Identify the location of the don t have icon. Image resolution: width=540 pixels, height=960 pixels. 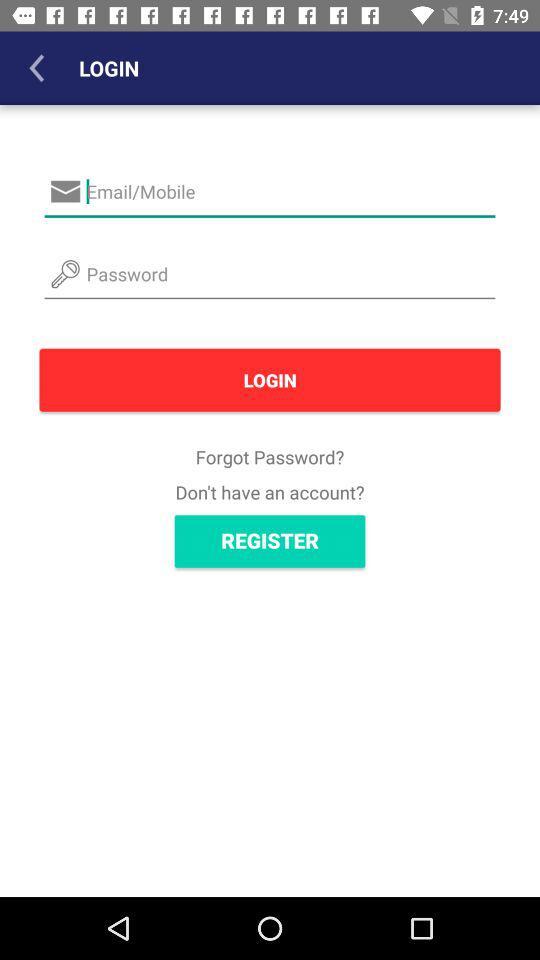
(270, 491).